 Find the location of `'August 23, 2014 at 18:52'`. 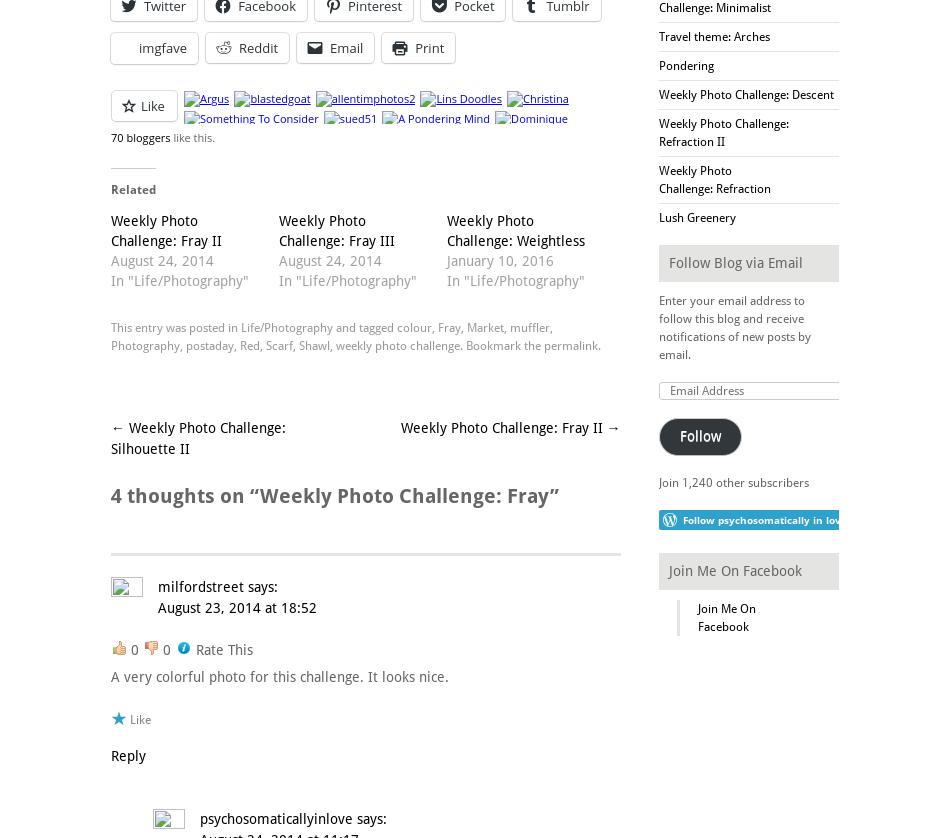

'August 23, 2014 at 18:52' is located at coordinates (237, 606).